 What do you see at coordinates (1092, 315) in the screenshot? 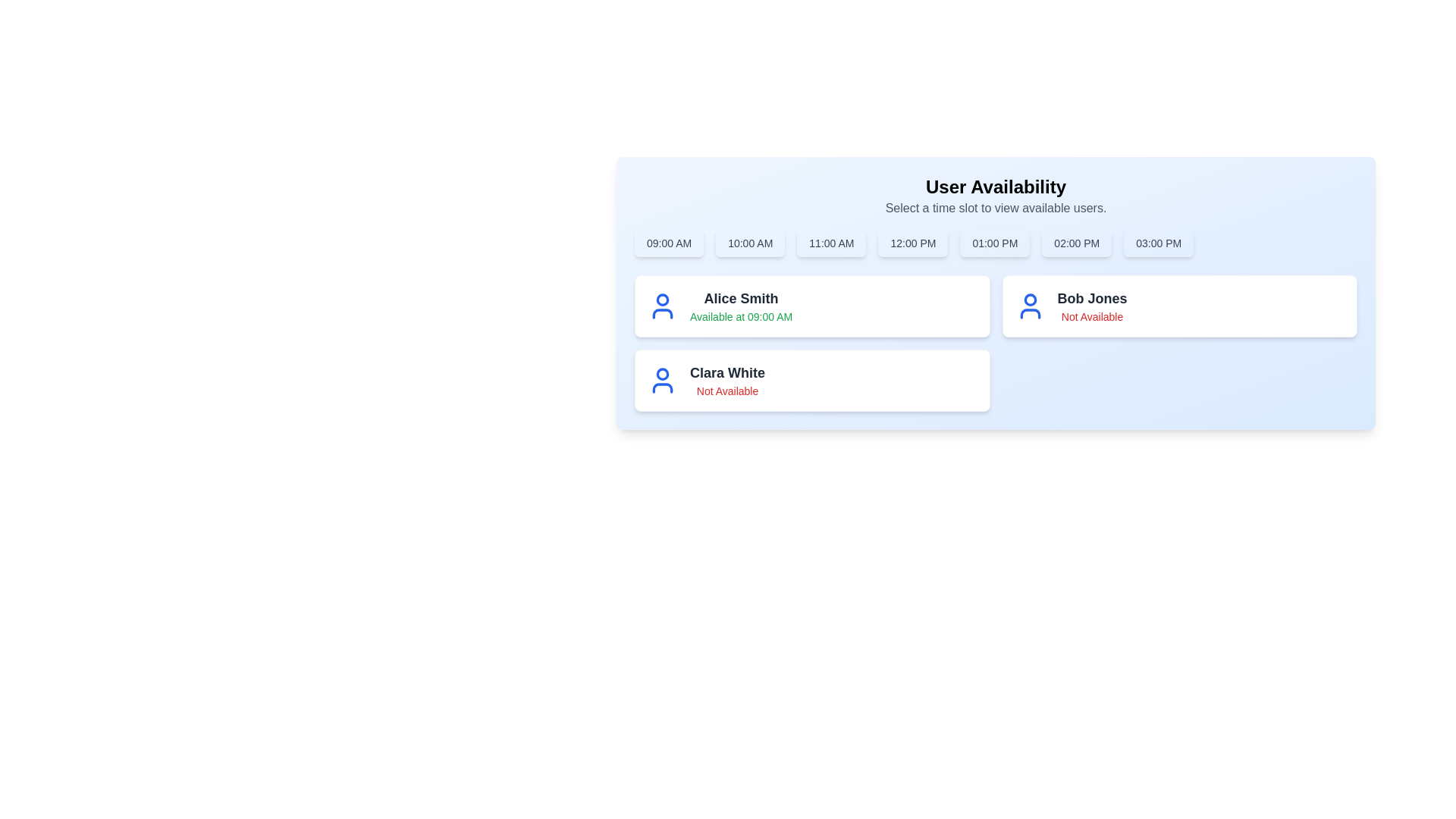
I see `the availability status text label indicating that user 'Bob Jones' is unavailable, located below 'Bob Jones' in the user availability list` at bounding box center [1092, 315].